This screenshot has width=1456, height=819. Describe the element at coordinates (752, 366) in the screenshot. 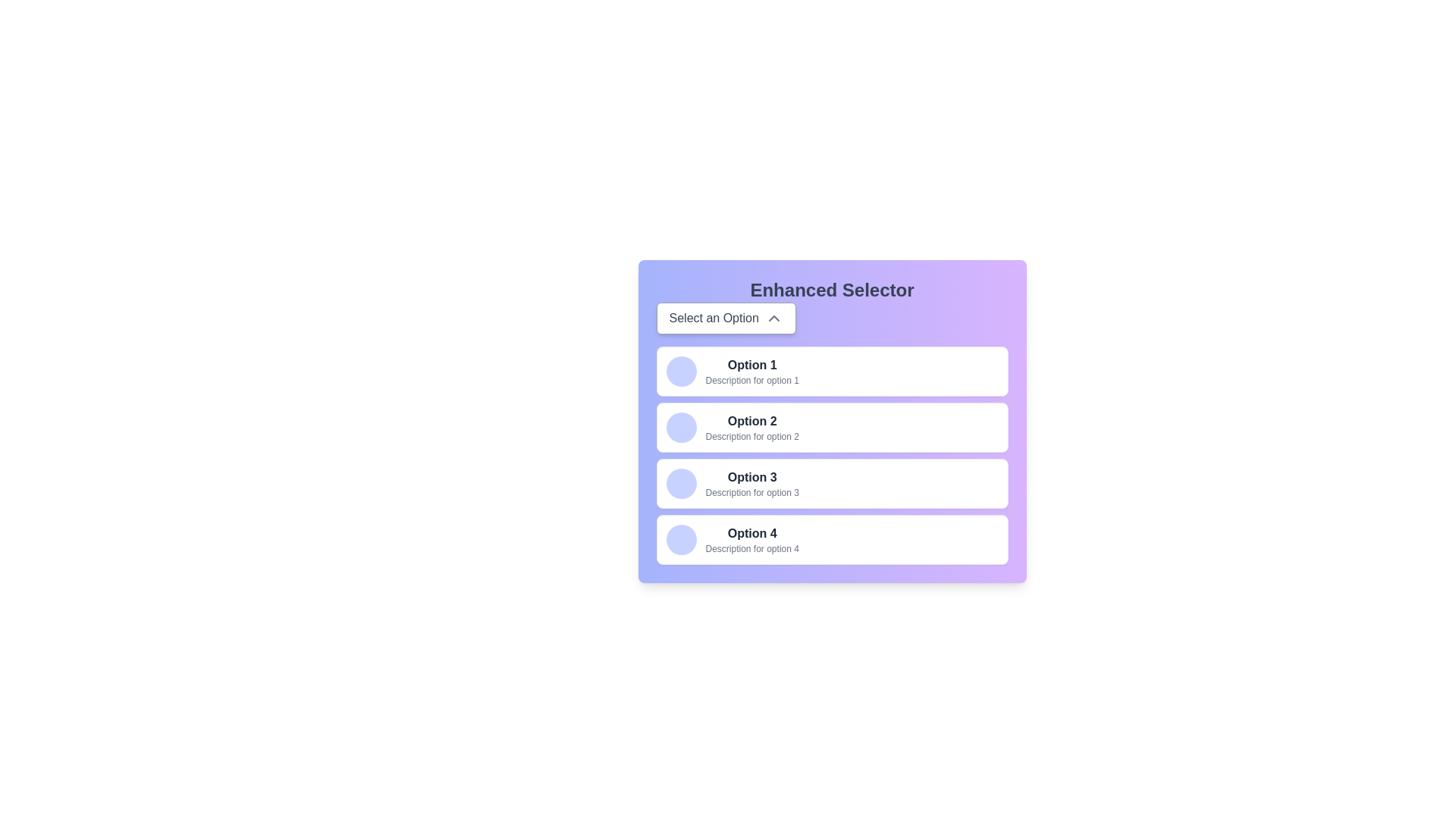

I see `the static text label that serves as the title for the first option's card, positioned in the top-left portion of the interface, above the description text` at that location.